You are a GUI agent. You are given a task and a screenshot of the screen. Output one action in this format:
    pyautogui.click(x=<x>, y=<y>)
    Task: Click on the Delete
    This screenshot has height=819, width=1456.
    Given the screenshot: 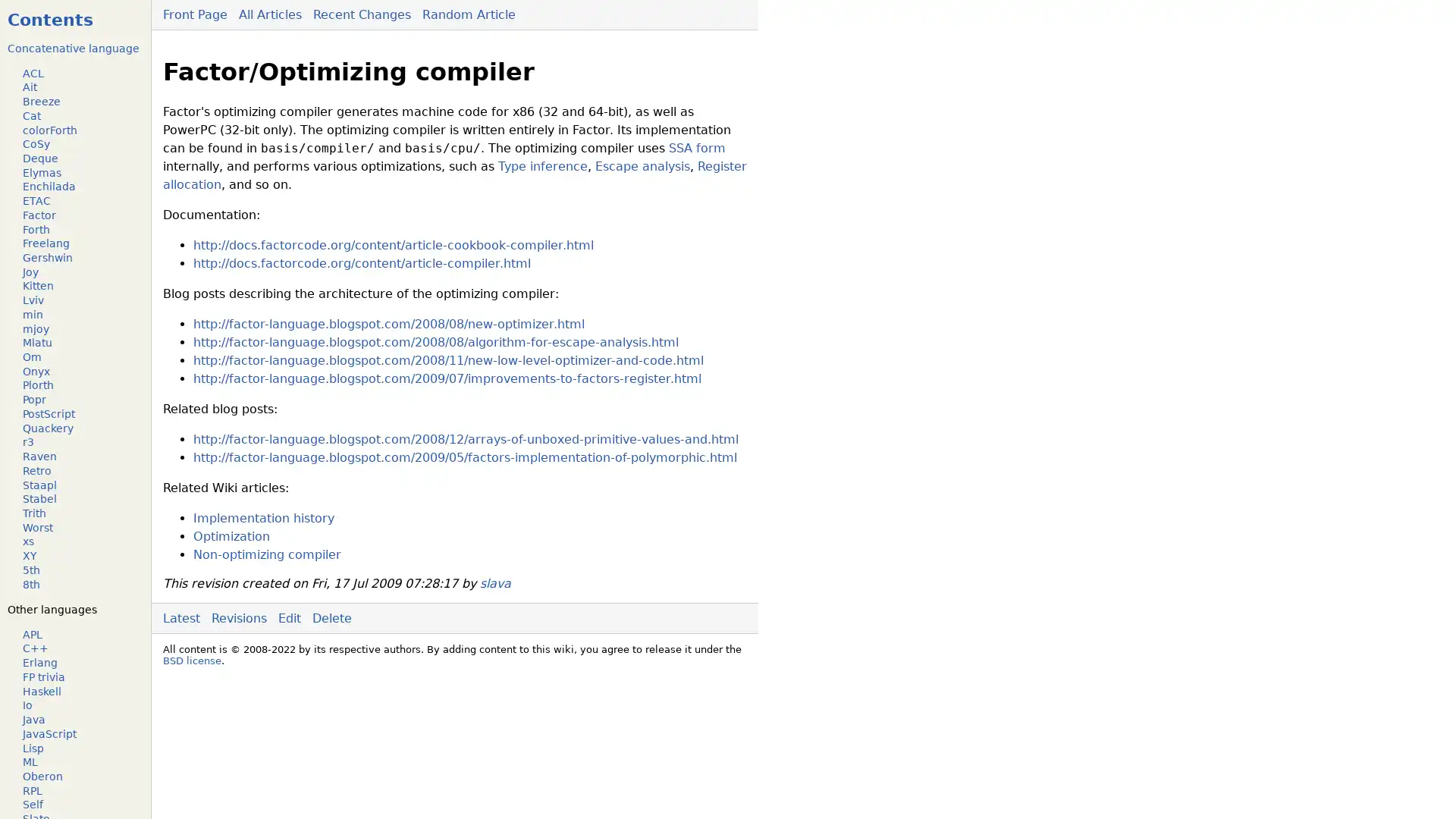 What is the action you would take?
    pyautogui.click(x=331, y=617)
    